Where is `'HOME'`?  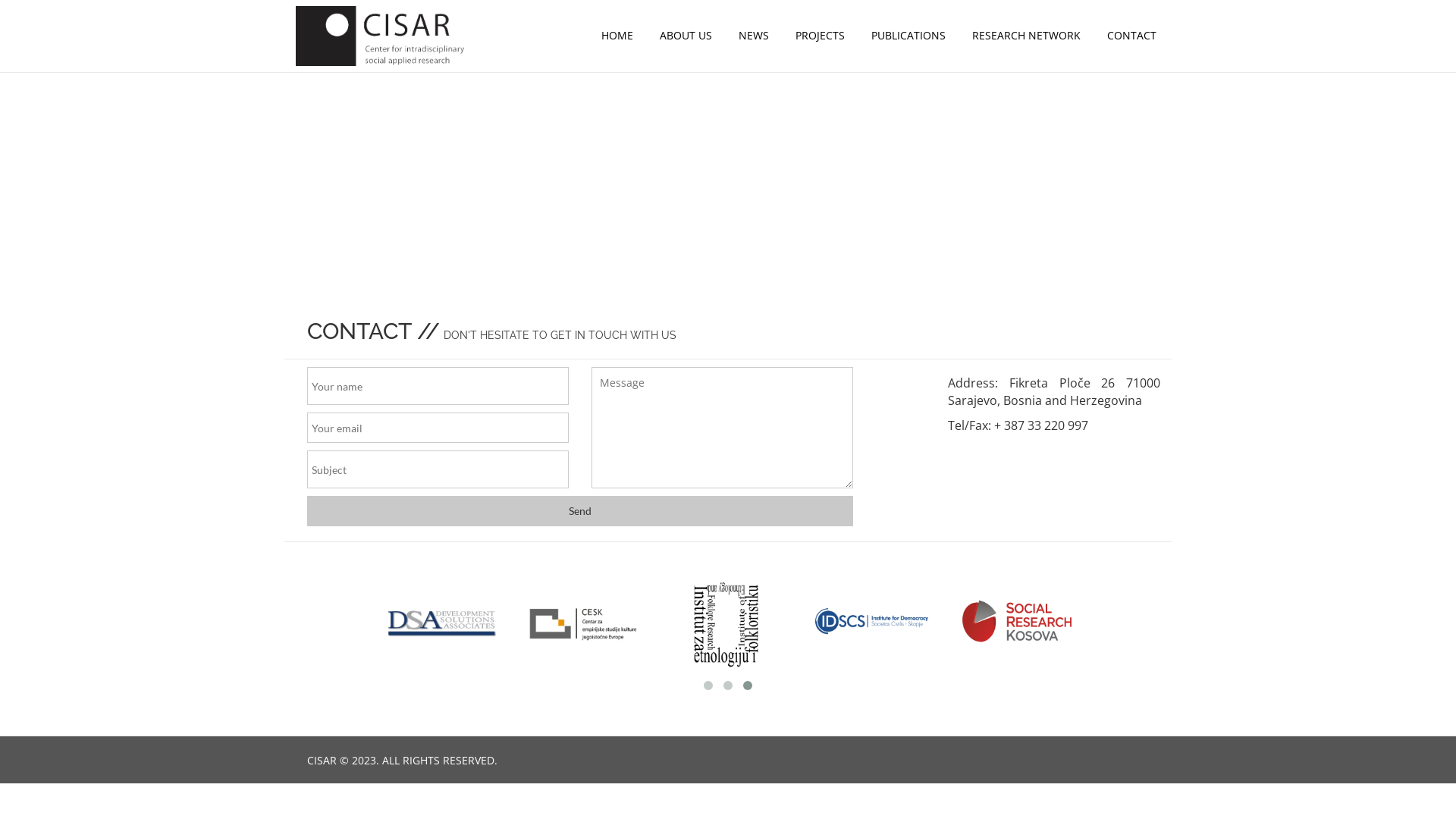 'HOME' is located at coordinates (617, 34).